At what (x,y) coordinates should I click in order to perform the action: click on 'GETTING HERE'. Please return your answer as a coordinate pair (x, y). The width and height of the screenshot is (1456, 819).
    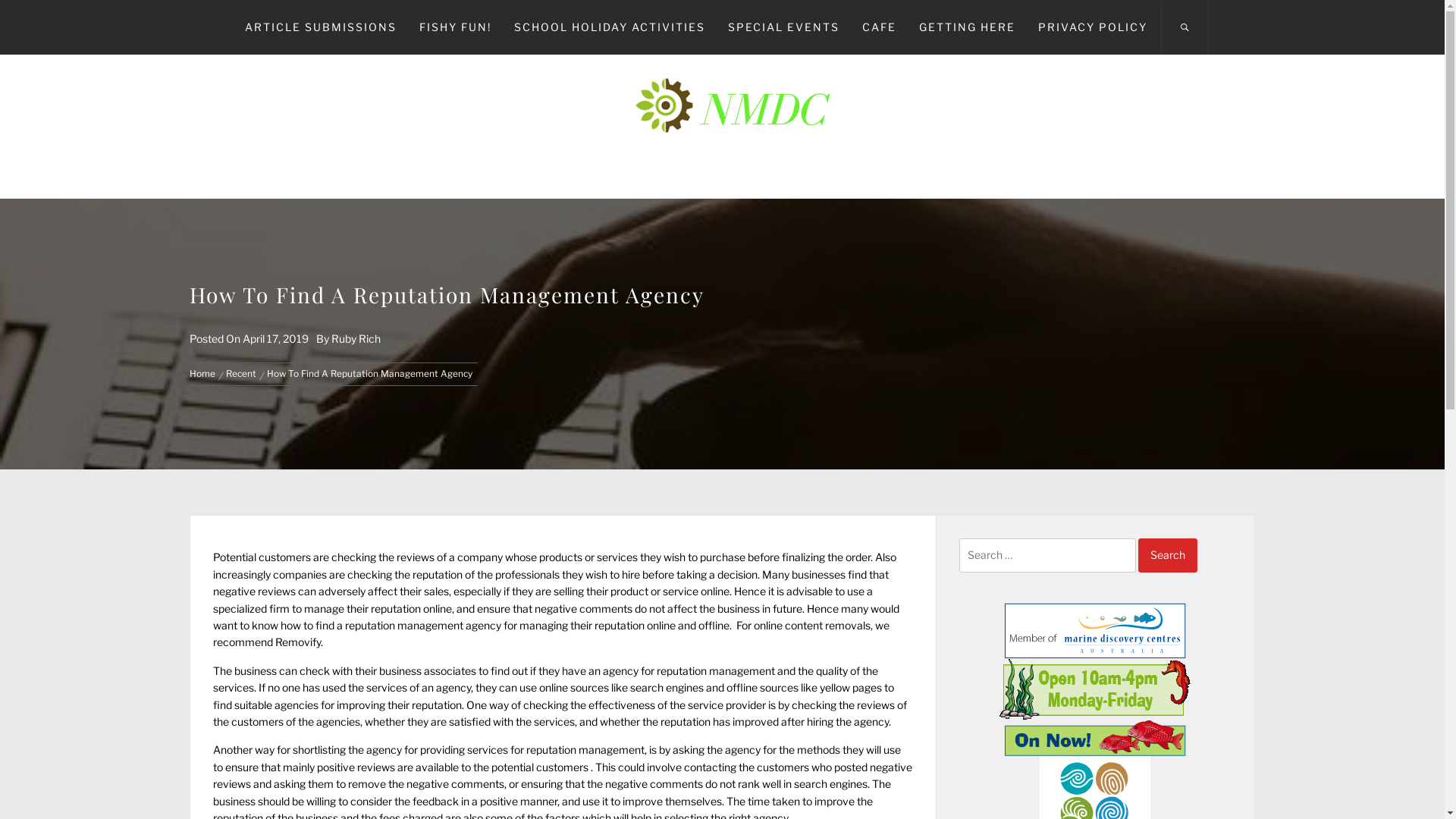
    Looking at the image, I should click on (965, 27).